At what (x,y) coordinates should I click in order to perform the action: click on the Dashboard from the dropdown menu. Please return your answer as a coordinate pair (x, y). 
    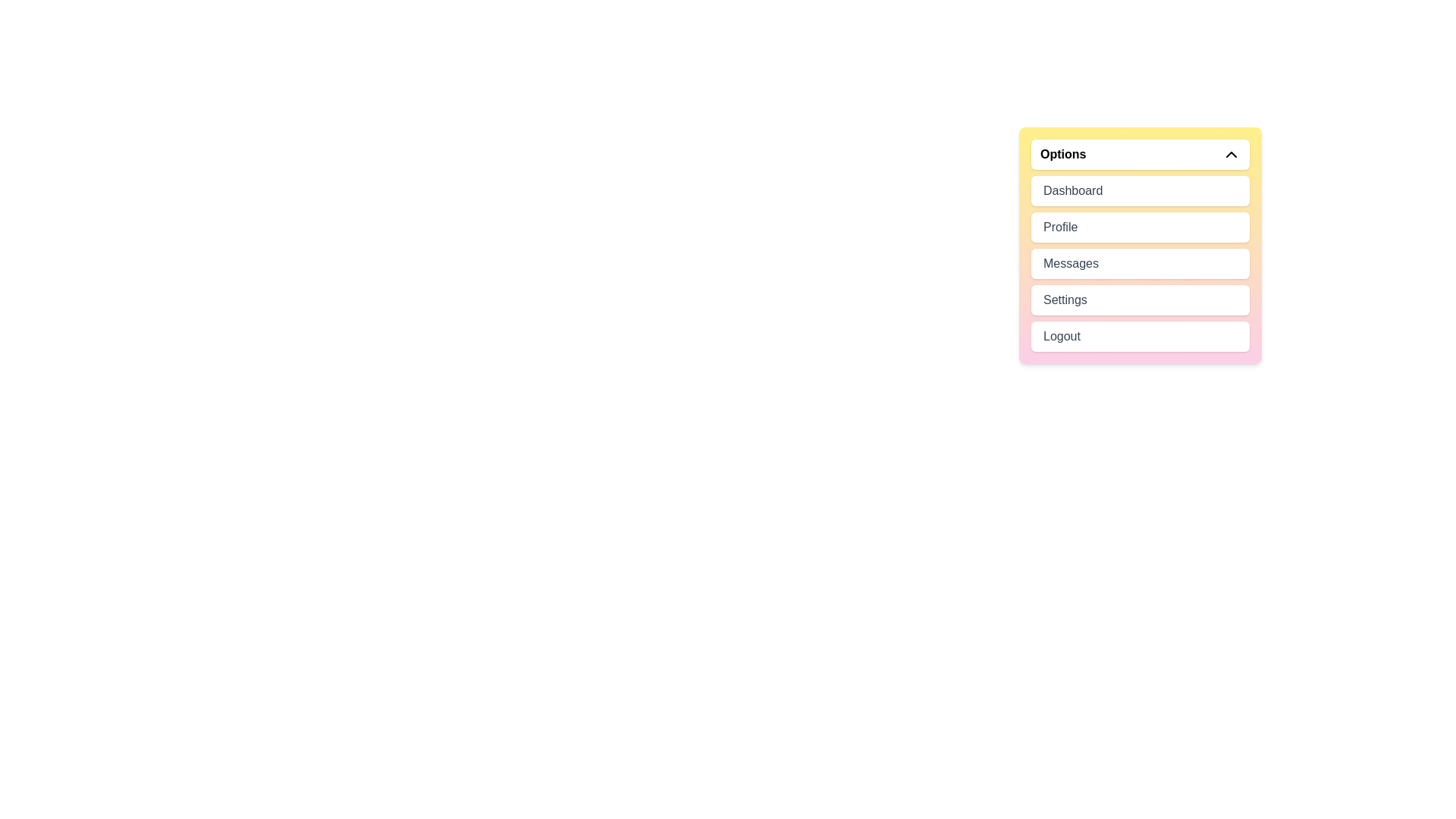
    Looking at the image, I should click on (1140, 190).